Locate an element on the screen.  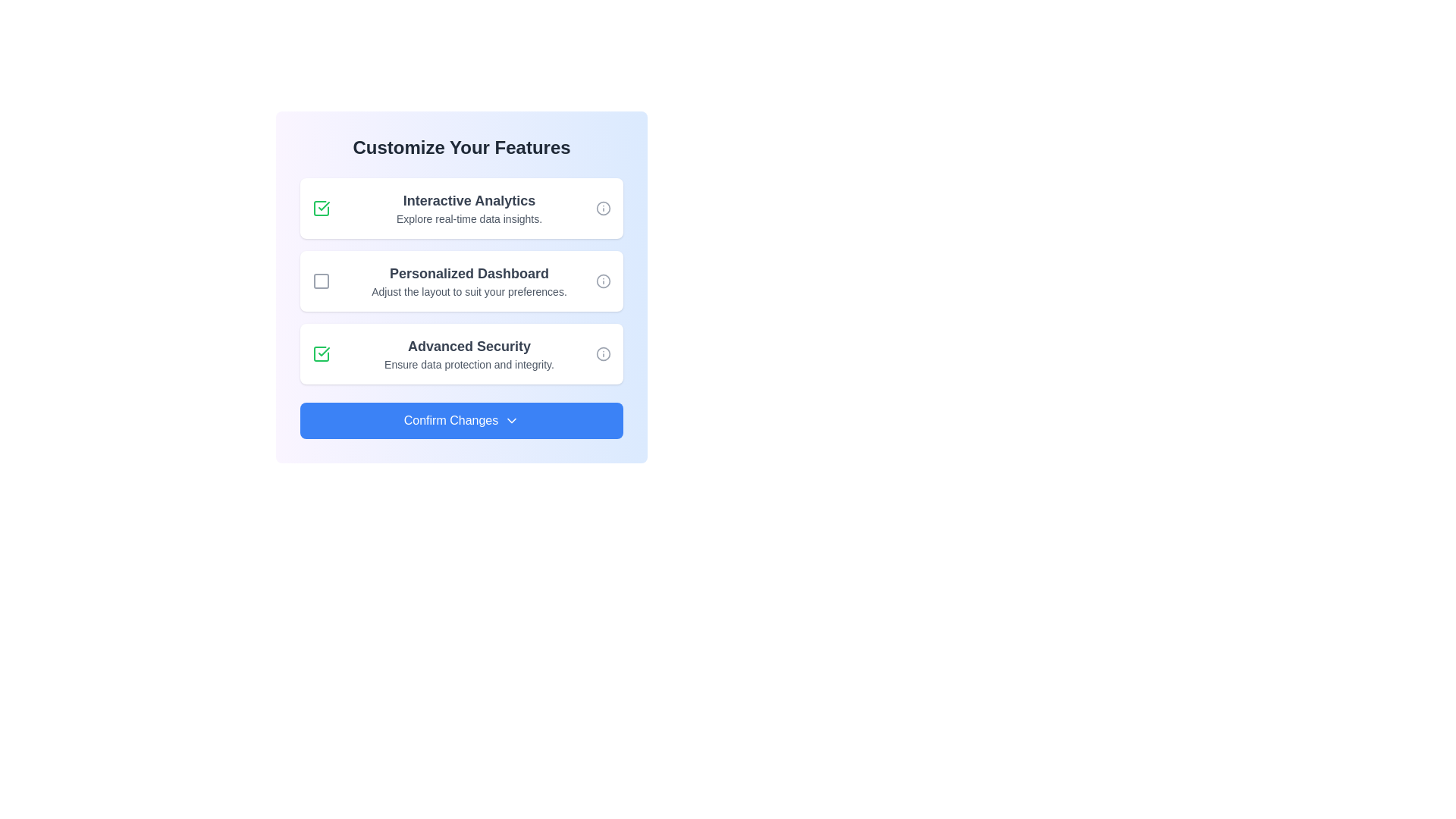
the text label displaying 'Ensure data protection and integrity.' which is located beneath the title 'Advanced Security' is located at coordinates (469, 365).